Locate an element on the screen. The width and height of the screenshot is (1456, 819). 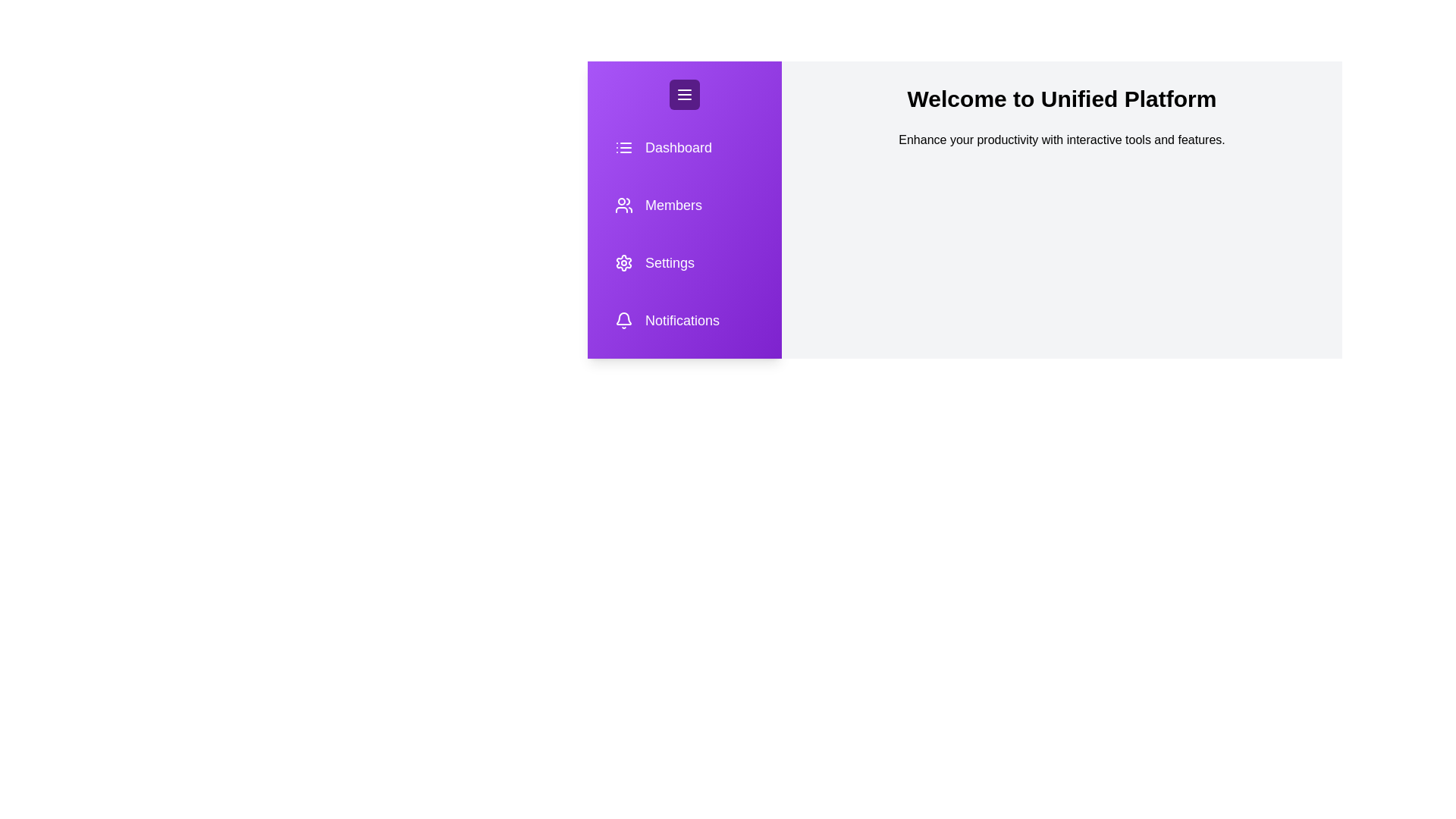
the sidebar item labeled Dashboard is located at coordinates (677, 148).